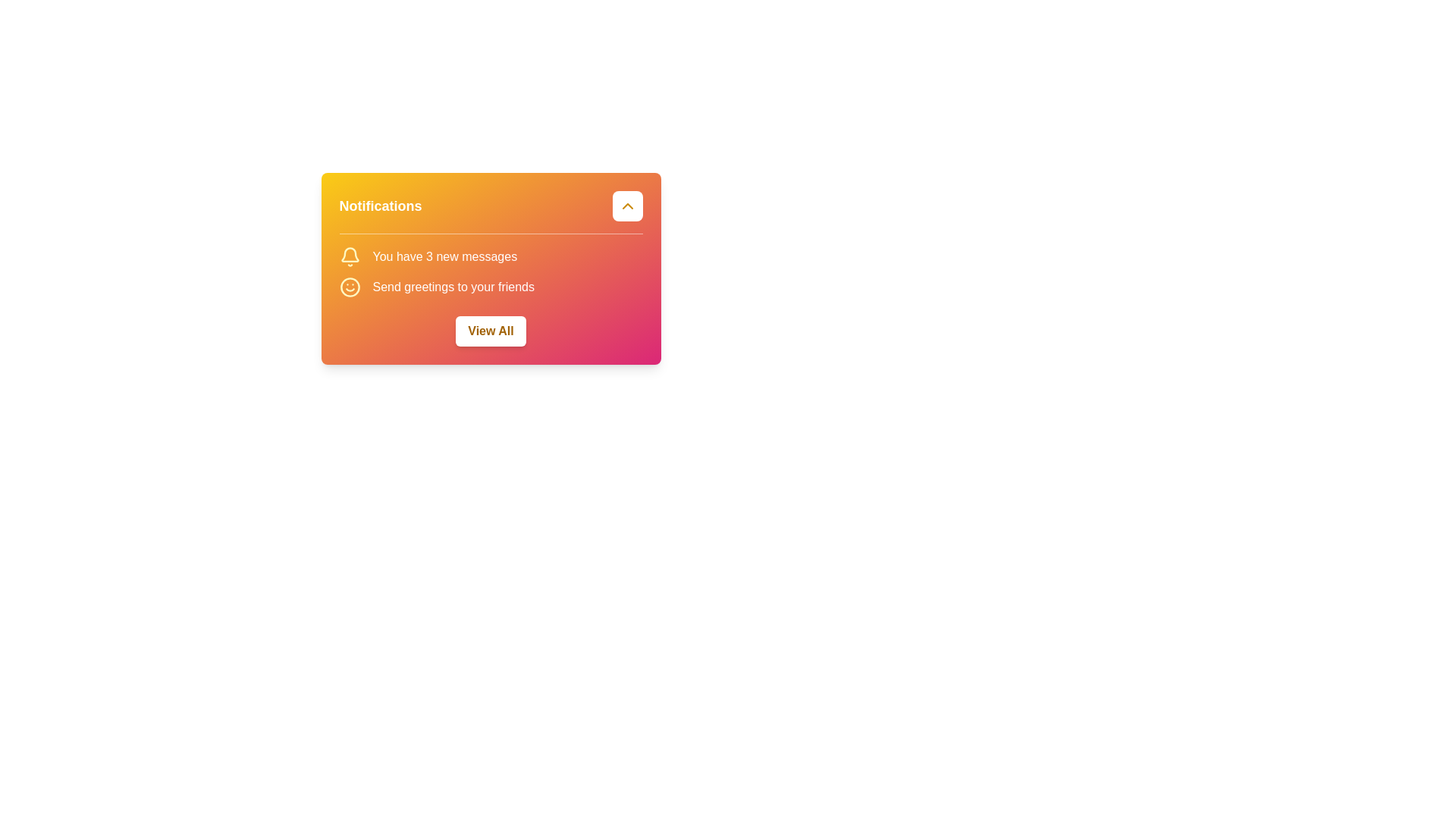 This screenshot has height=819, width=1456. What do you see at coordinates (349, 254) in the screenshot?
I see `the bell-shaped notification icon located in the header of the notification panel` at bounding box center [349, 254].